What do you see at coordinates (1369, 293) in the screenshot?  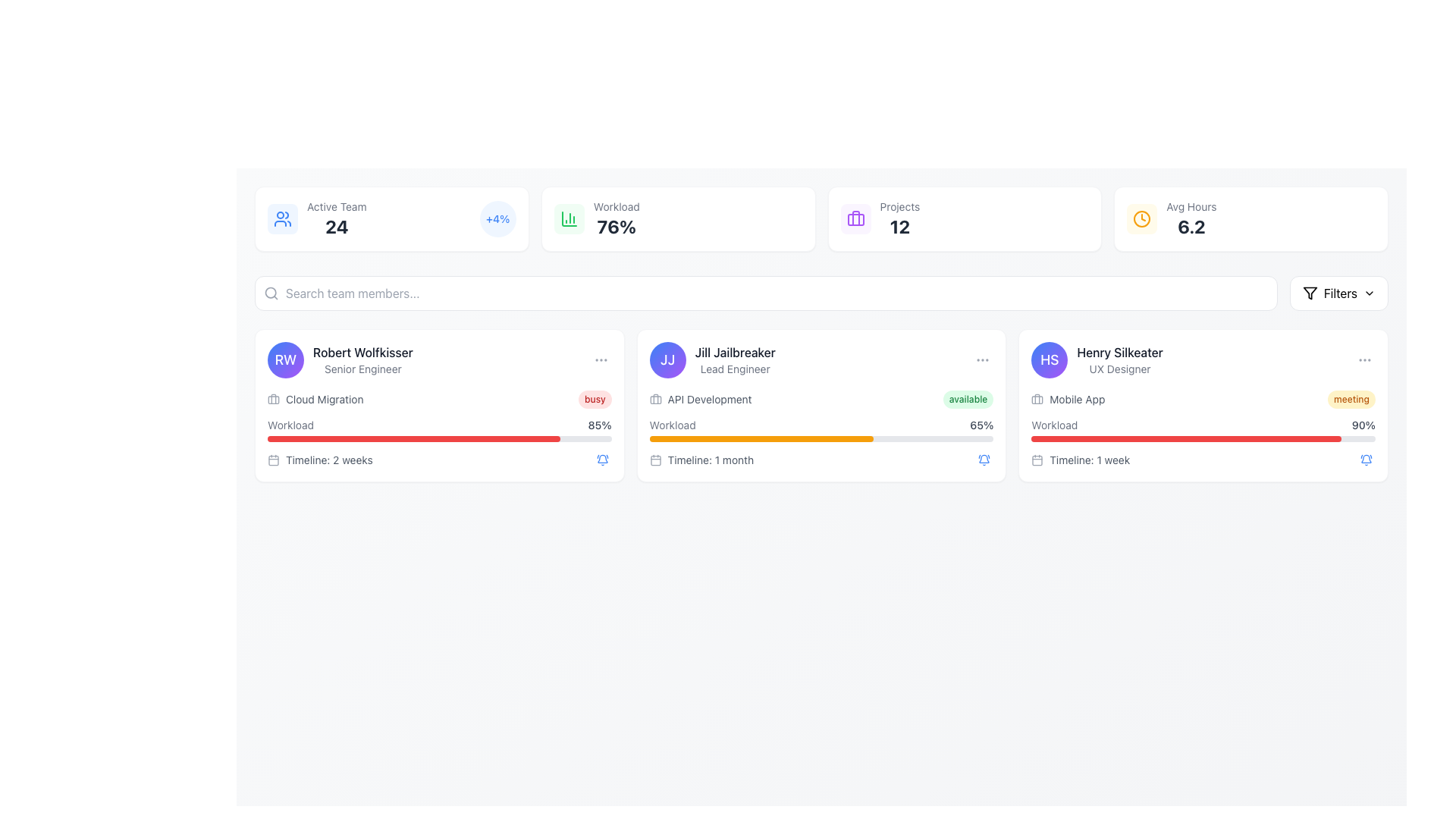 I see `the Dropdown indicator icon (chevron-down) located at the far right of the 'Filters' button in the top-right corner of the interface to initiate interaction` at bounding box center [1369, 293].